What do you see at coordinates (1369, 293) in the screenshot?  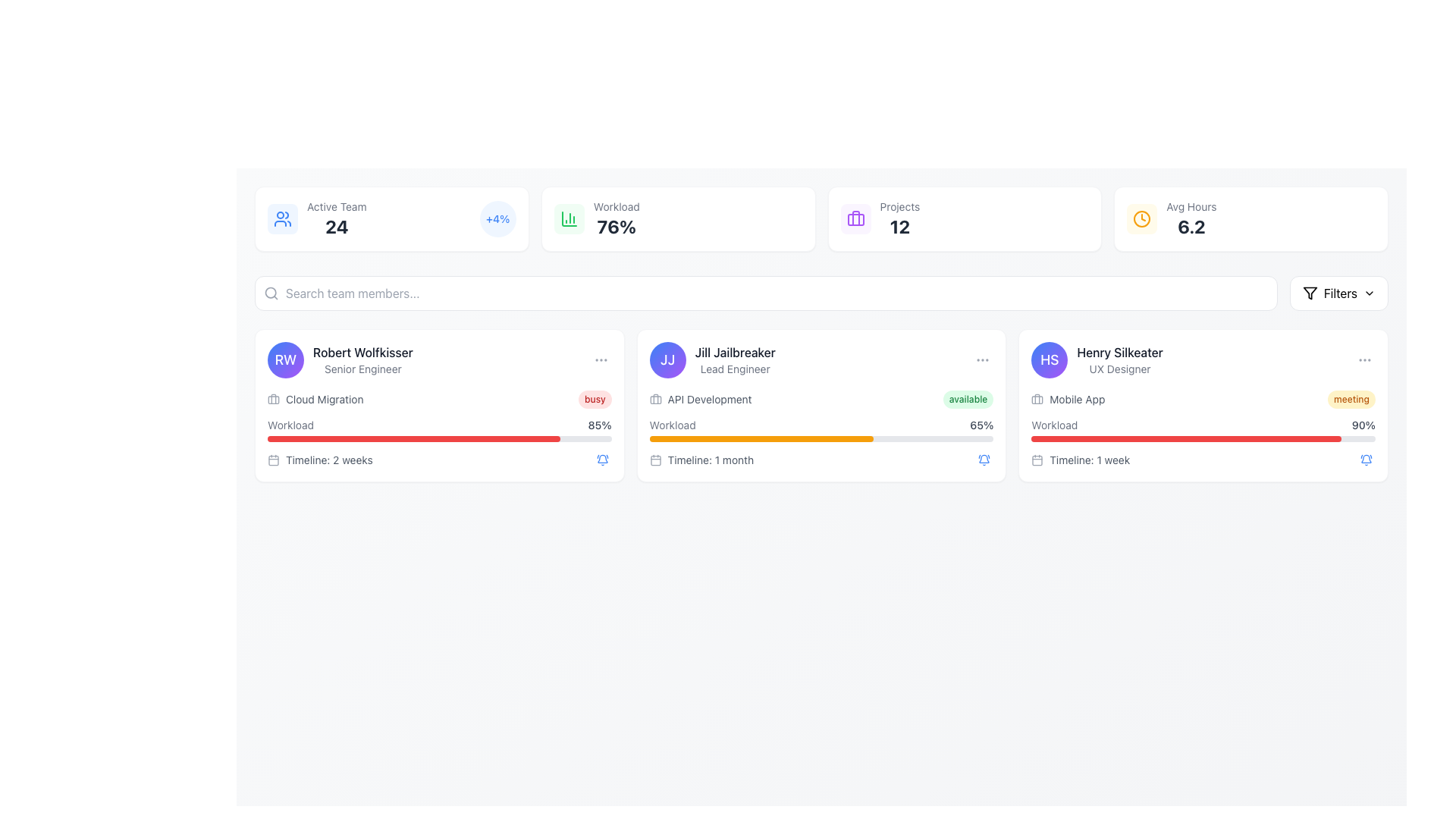 I see `the Dropdown indicator icon (chevron-down) located at the far right of the 'Filters' button in the top-right corner of the interface to initiate interaction` at bounding box center [1369, 293].